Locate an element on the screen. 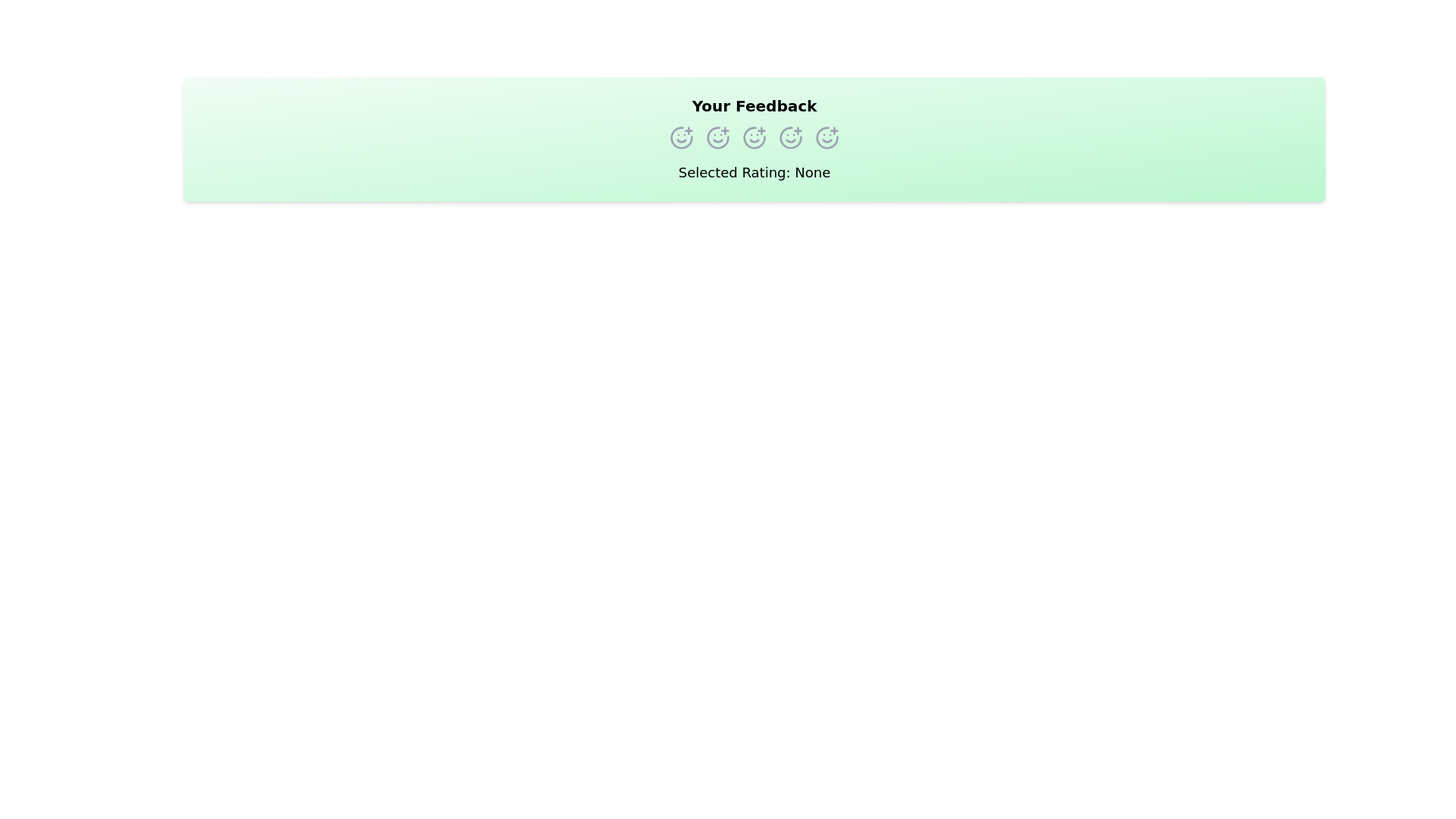 This screenshot has height=819, width=1456. the rating option corresponding to 2 stars is located at coordinates (717, 137).